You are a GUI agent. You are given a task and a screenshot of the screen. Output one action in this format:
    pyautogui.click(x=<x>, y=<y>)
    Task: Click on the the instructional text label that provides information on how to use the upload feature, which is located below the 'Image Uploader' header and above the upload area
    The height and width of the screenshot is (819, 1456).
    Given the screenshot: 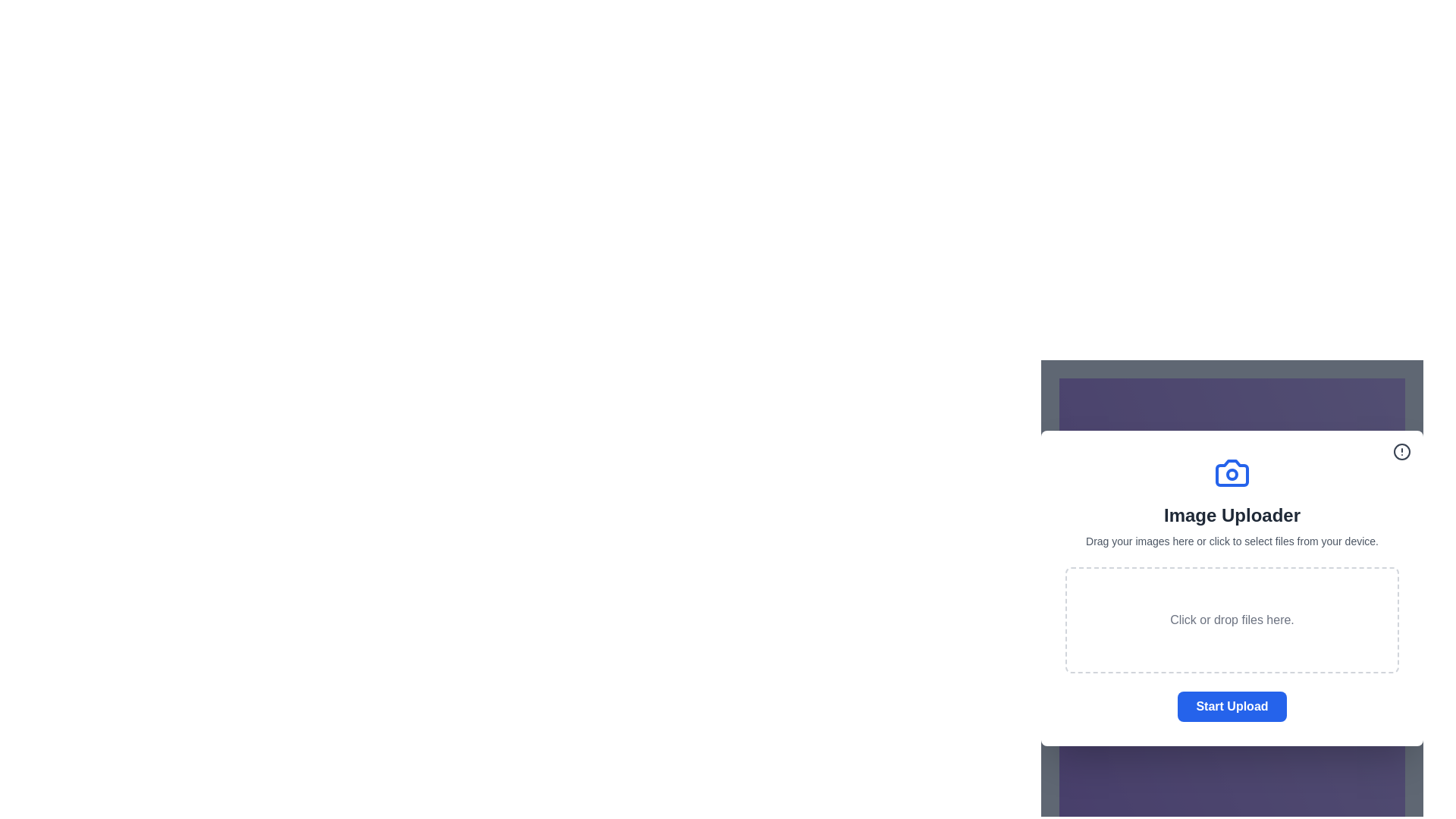 What is the action you would take?
    pyautogui.click(x=1232, y=540)
    